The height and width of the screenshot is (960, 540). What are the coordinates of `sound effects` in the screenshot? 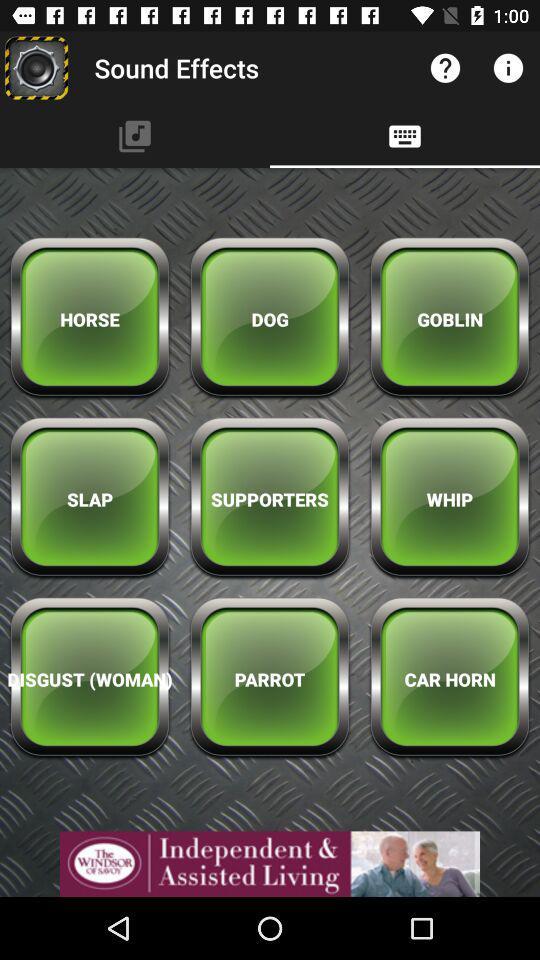 It's located at (36, 68).